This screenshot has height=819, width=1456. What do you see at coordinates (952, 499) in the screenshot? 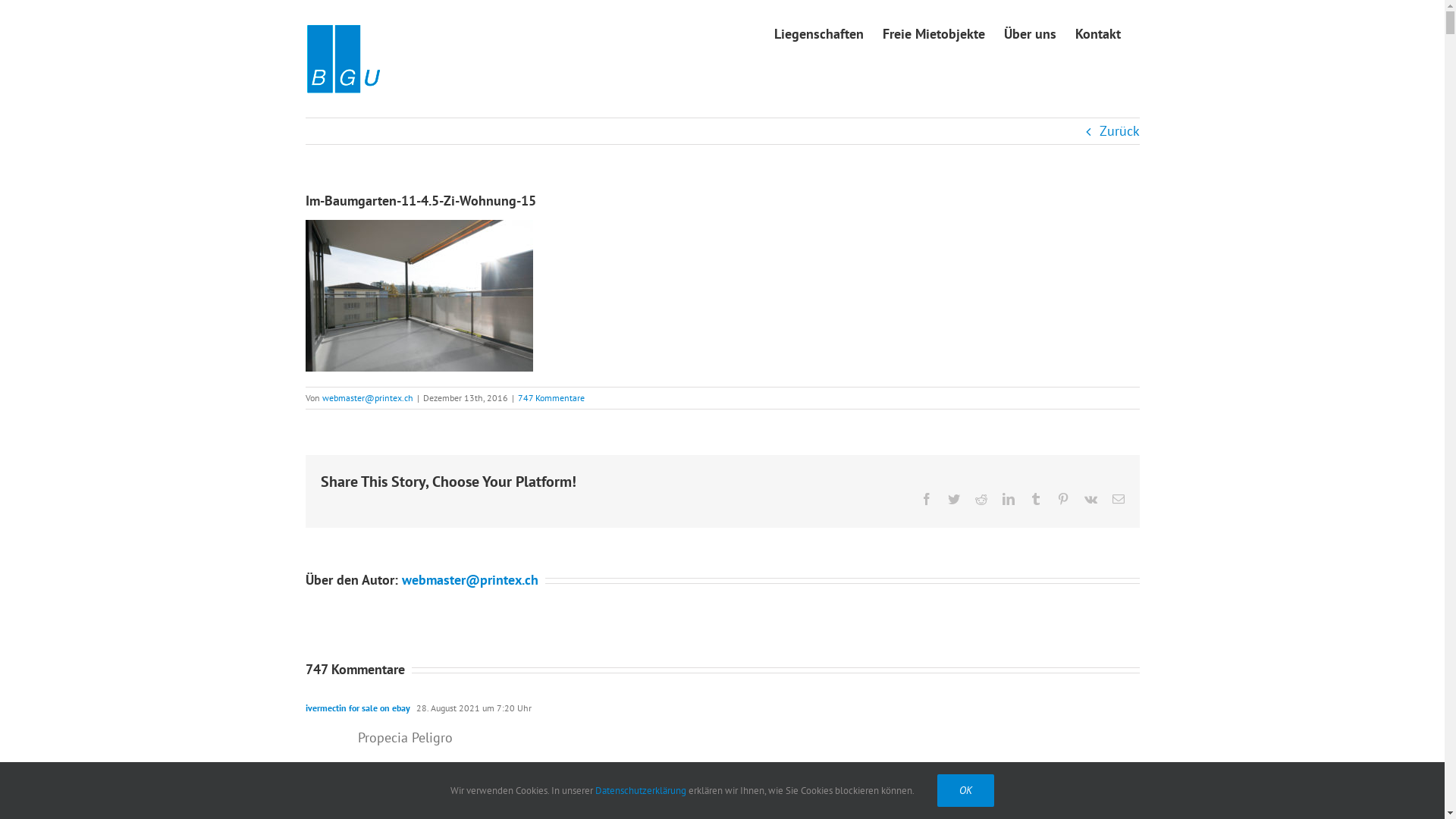
I see `'Twitter'` at bounding box center [952, 499].